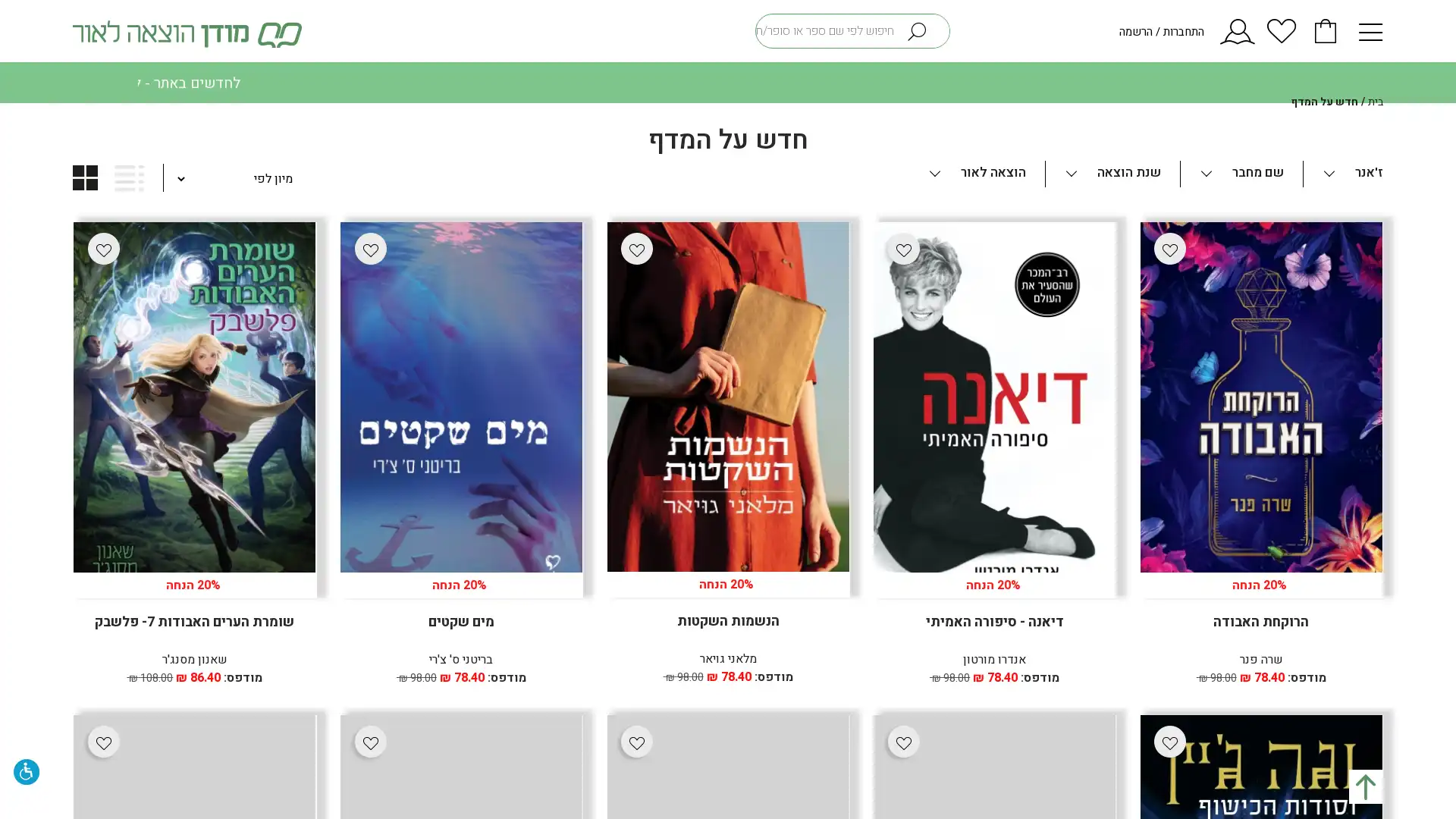  Describe the element at coordinates (1364, 30) in the screenshot. I see `Toggle navigation` at that location.